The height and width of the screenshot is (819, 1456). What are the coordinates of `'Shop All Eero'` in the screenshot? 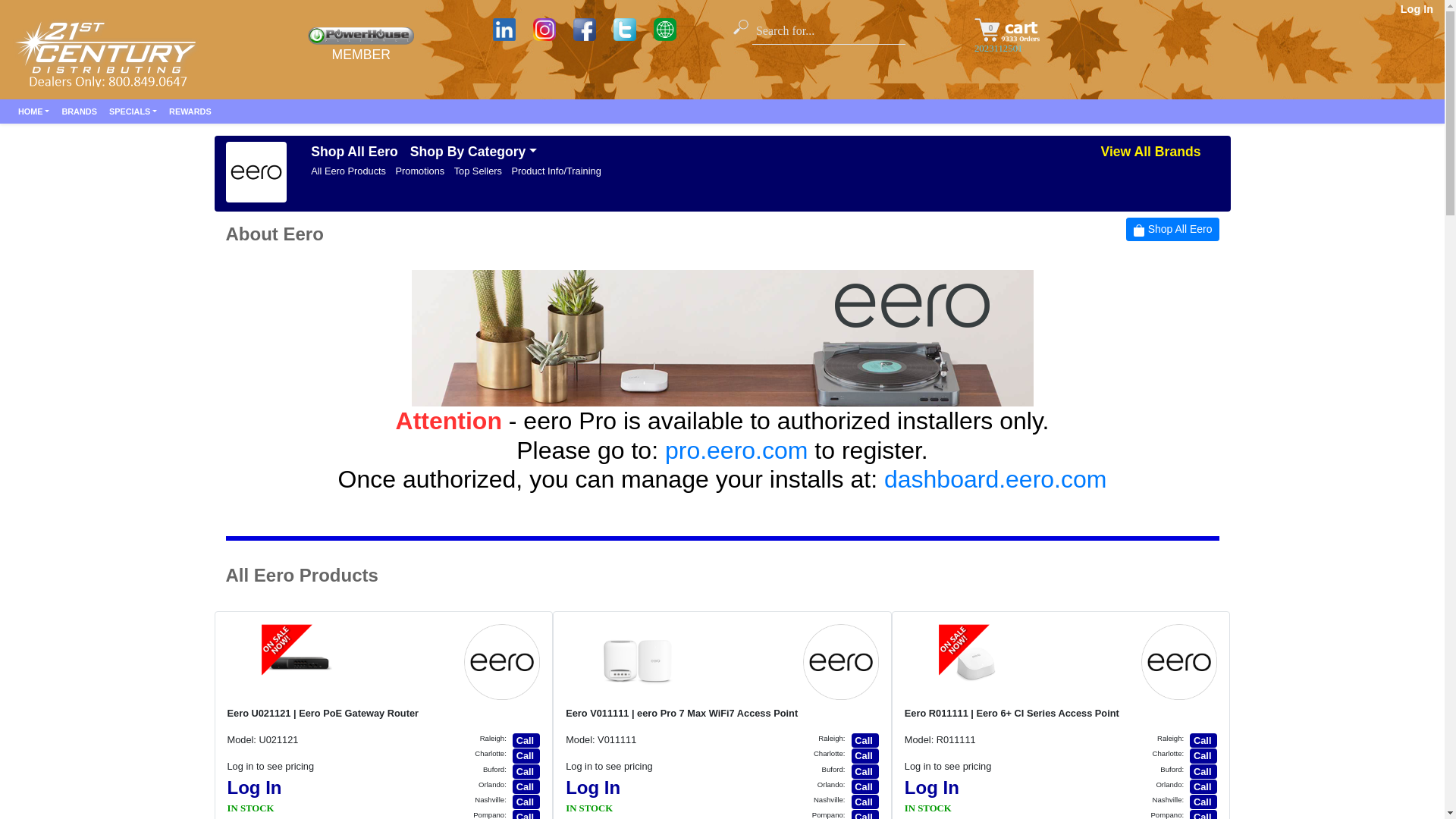 It's located at (304, 152).